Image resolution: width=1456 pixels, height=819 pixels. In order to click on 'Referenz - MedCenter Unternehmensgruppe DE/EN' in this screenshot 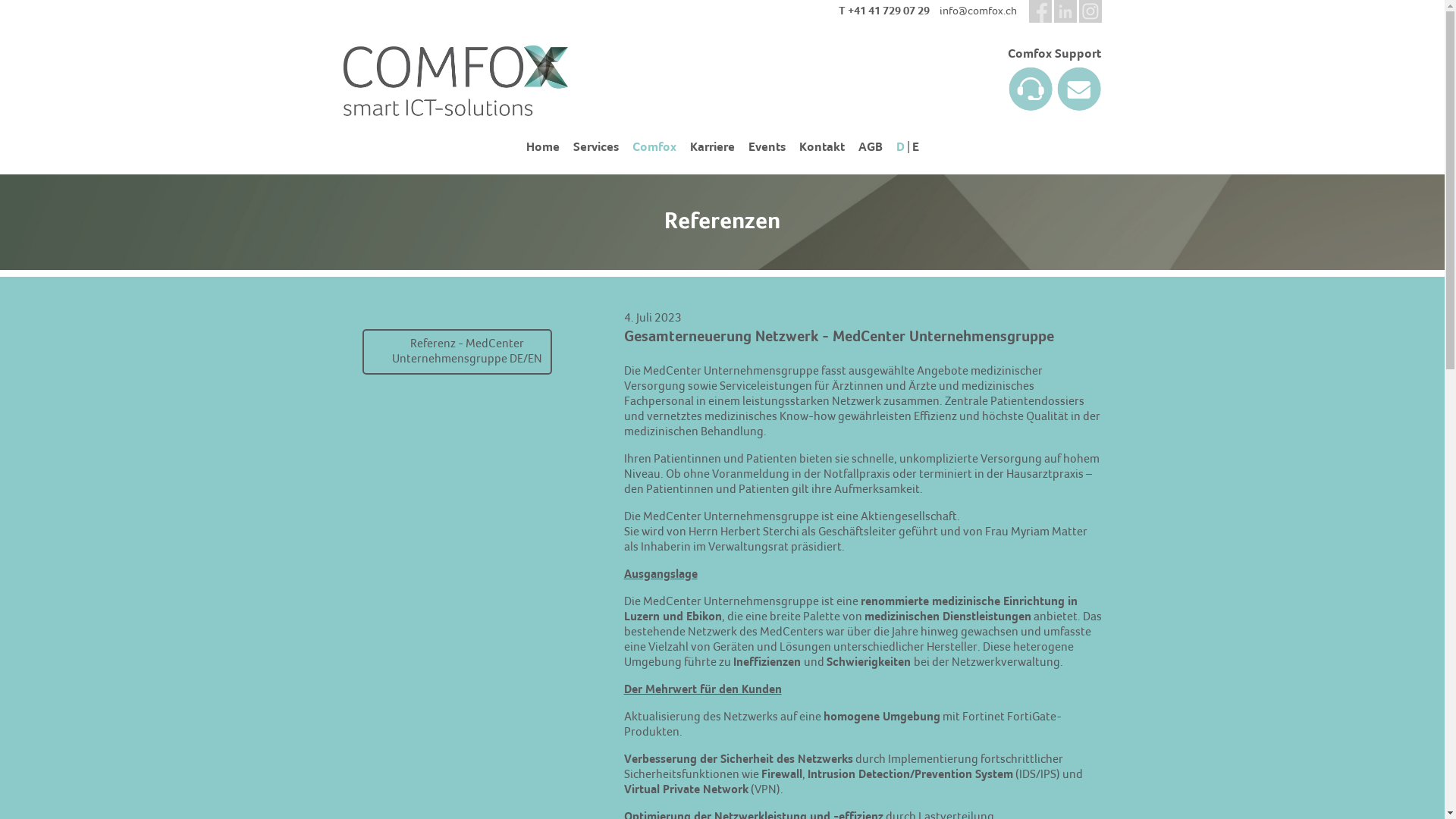, I will do `click(370, 351)`.